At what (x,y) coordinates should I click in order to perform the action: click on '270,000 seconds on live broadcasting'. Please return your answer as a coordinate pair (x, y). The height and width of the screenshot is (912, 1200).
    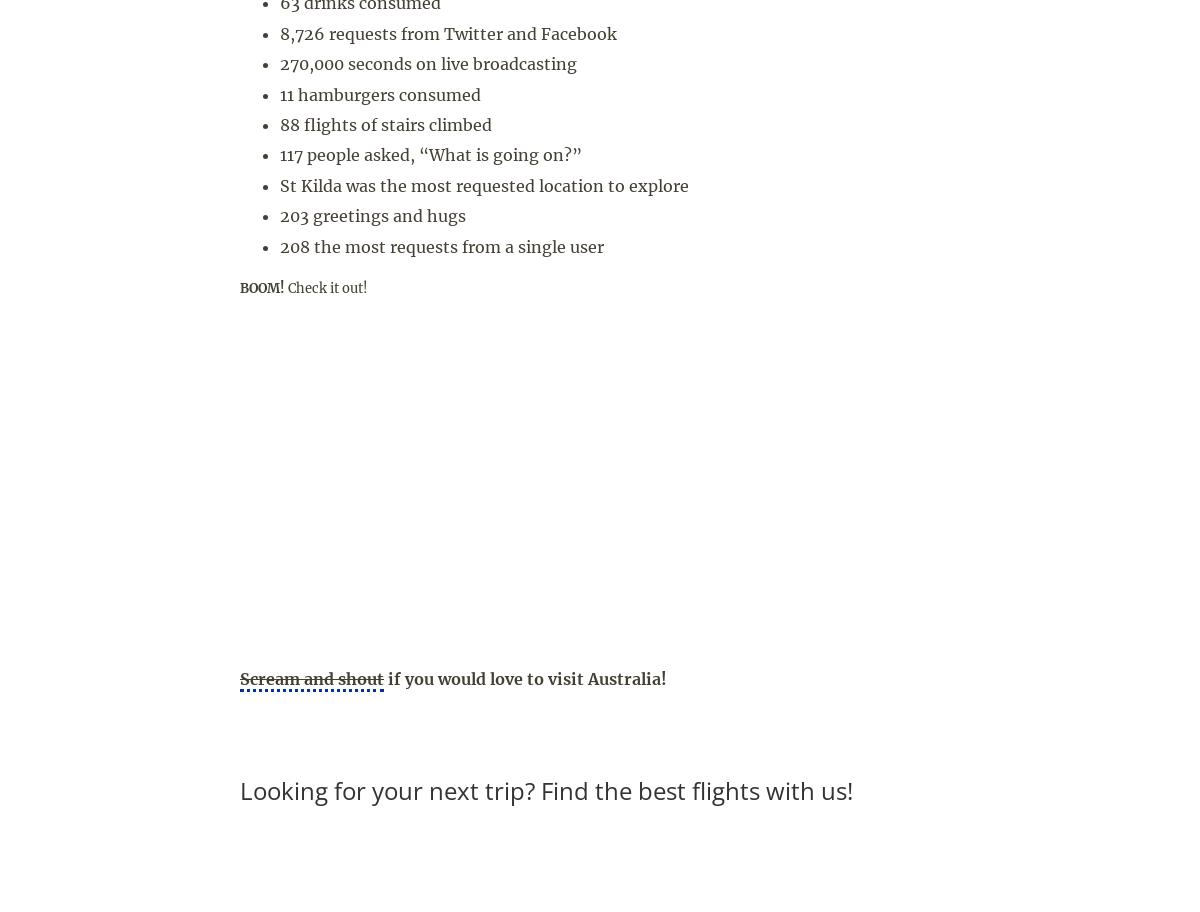
    Looking at the image, I should click on (428, 63).